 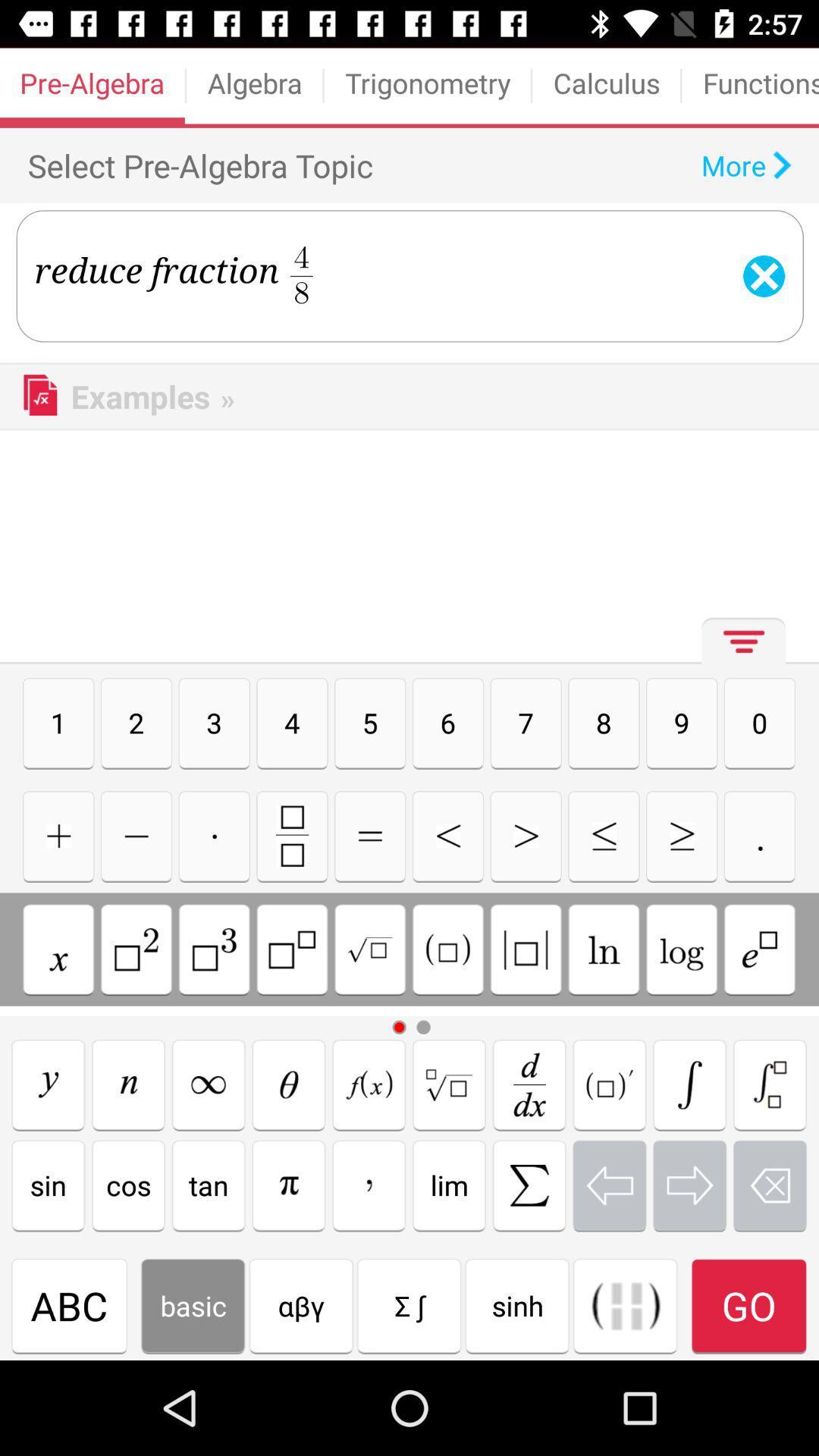 I want to click on fraction, so click(x=292, y=835).